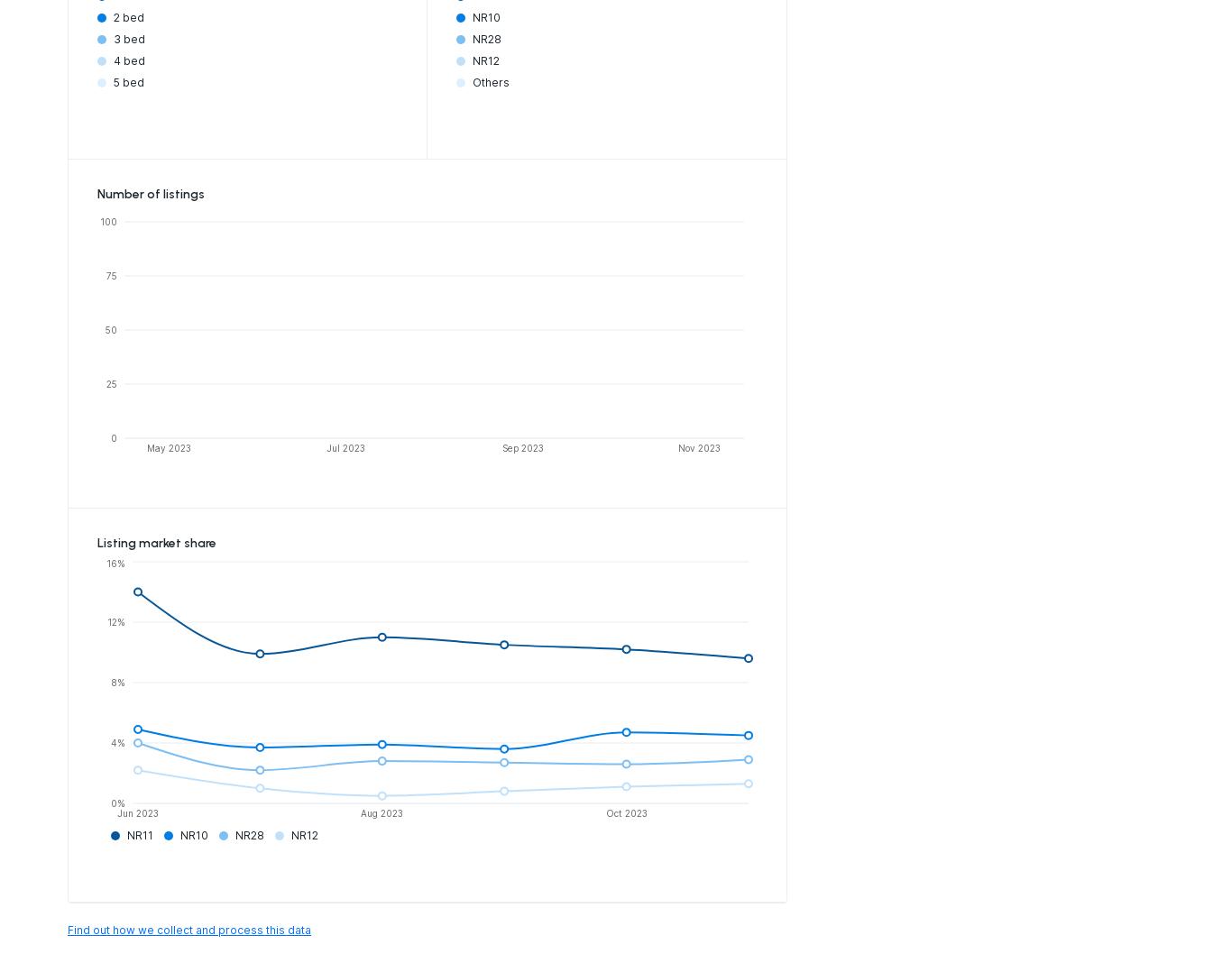 The image size is (1232, 963). What do you see at coordinates (109, 801) in the screenshot?
I see `'0%'` at bounding box center [109, 801].